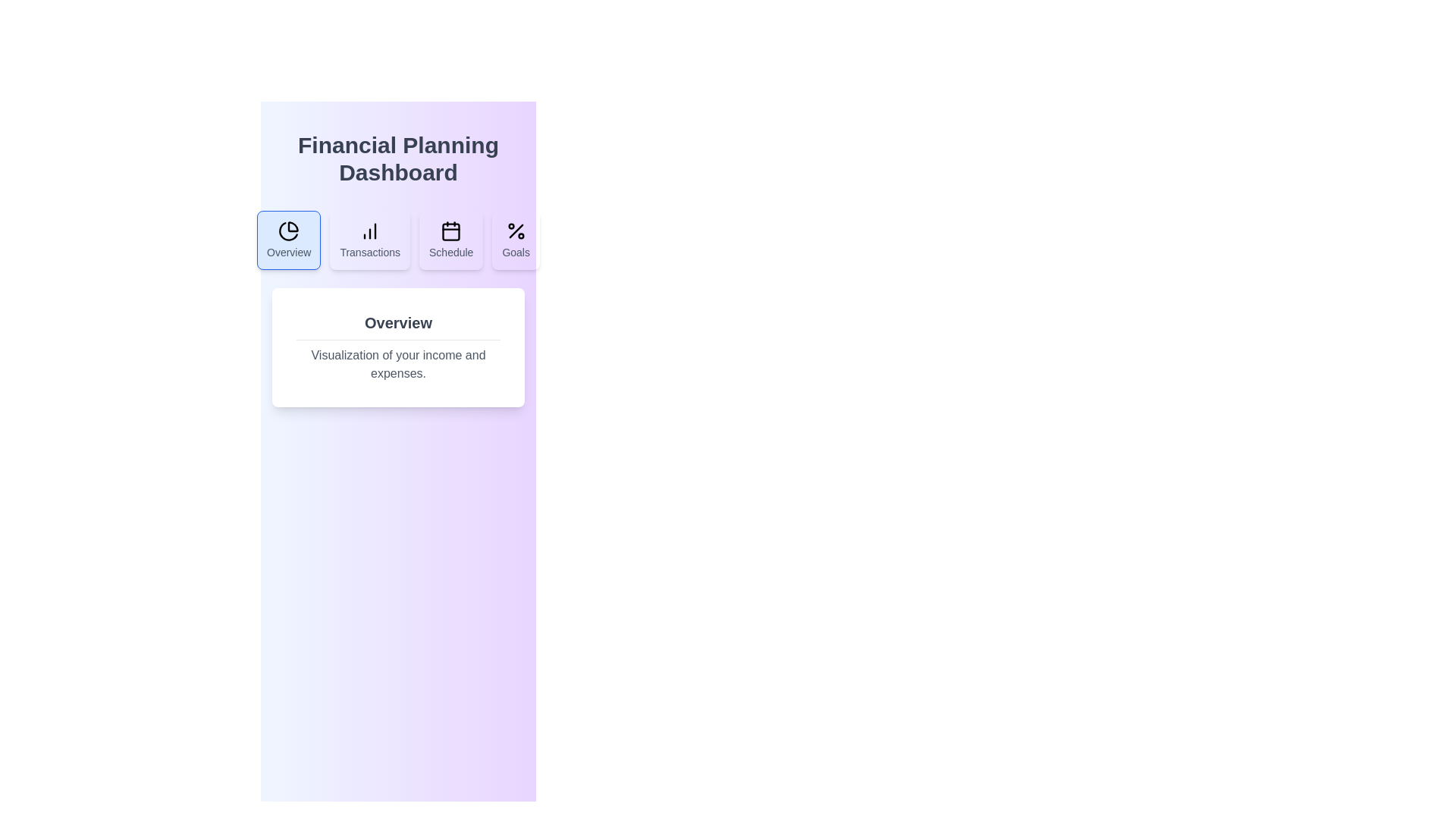 Image resolution: width=1456 pixels, height=819 pixels. I want to click on the light purple button labeled 'Goals' with a black percent icon, located on the rightmost side of the button row below the 'Financial Planning Dashboard' heading, so click(516, 239).